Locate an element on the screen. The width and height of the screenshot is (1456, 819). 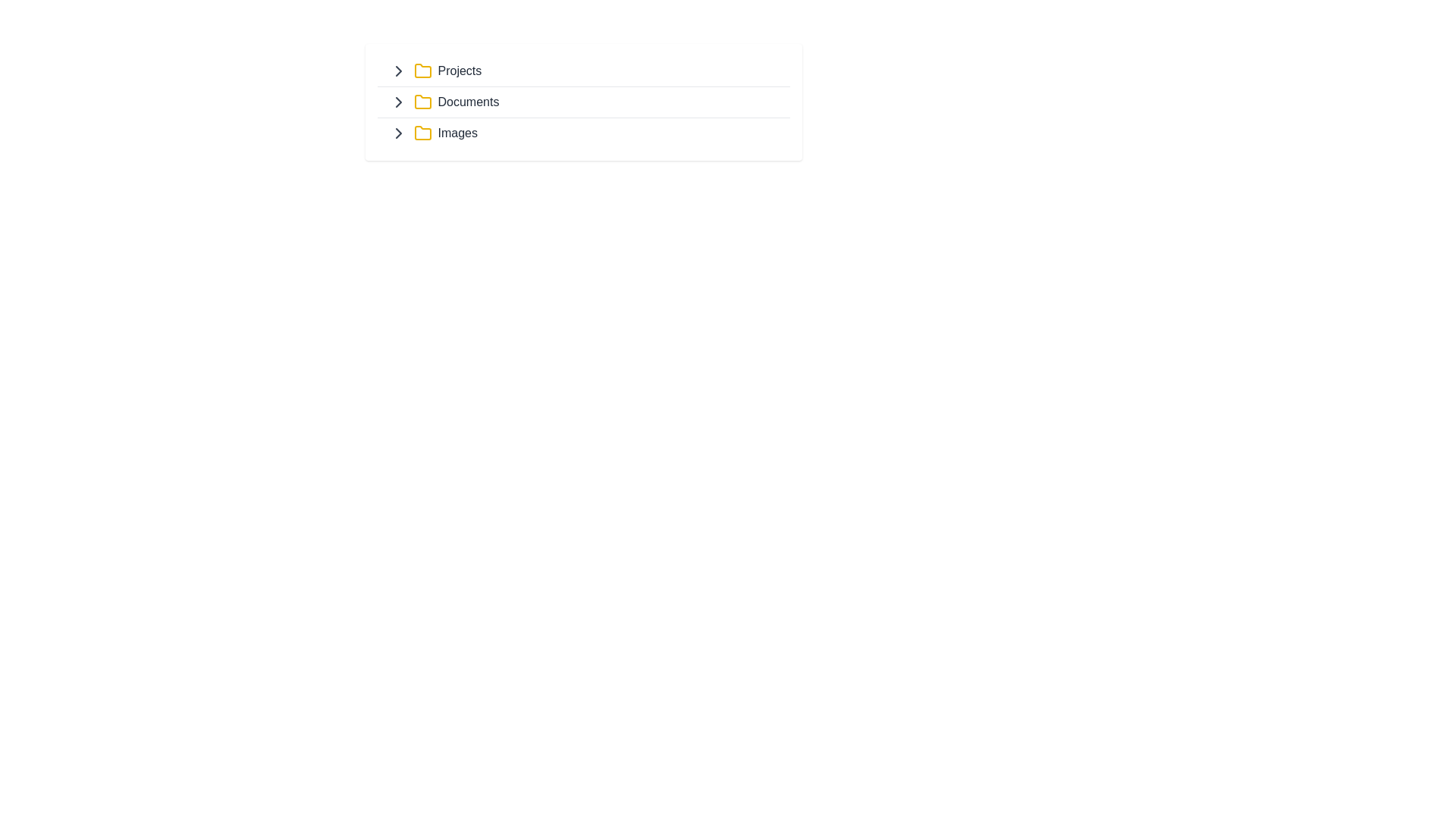
the 'Documents' interactive file or folder entry in the navigation panel is located at coordinates (582, 102).